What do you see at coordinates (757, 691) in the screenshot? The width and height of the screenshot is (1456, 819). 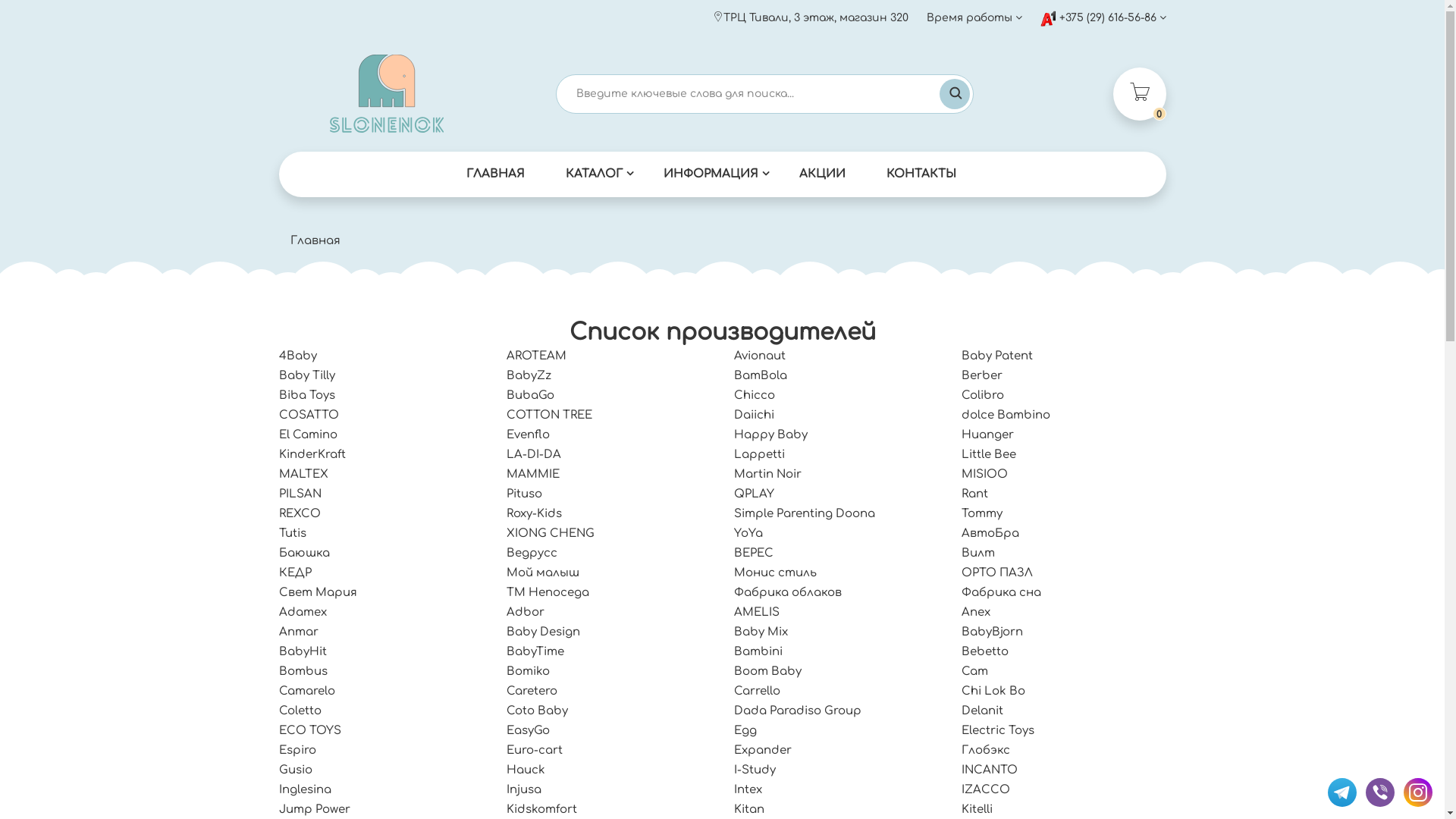 I see `'Carrello'` at bounding box center [757, 691].